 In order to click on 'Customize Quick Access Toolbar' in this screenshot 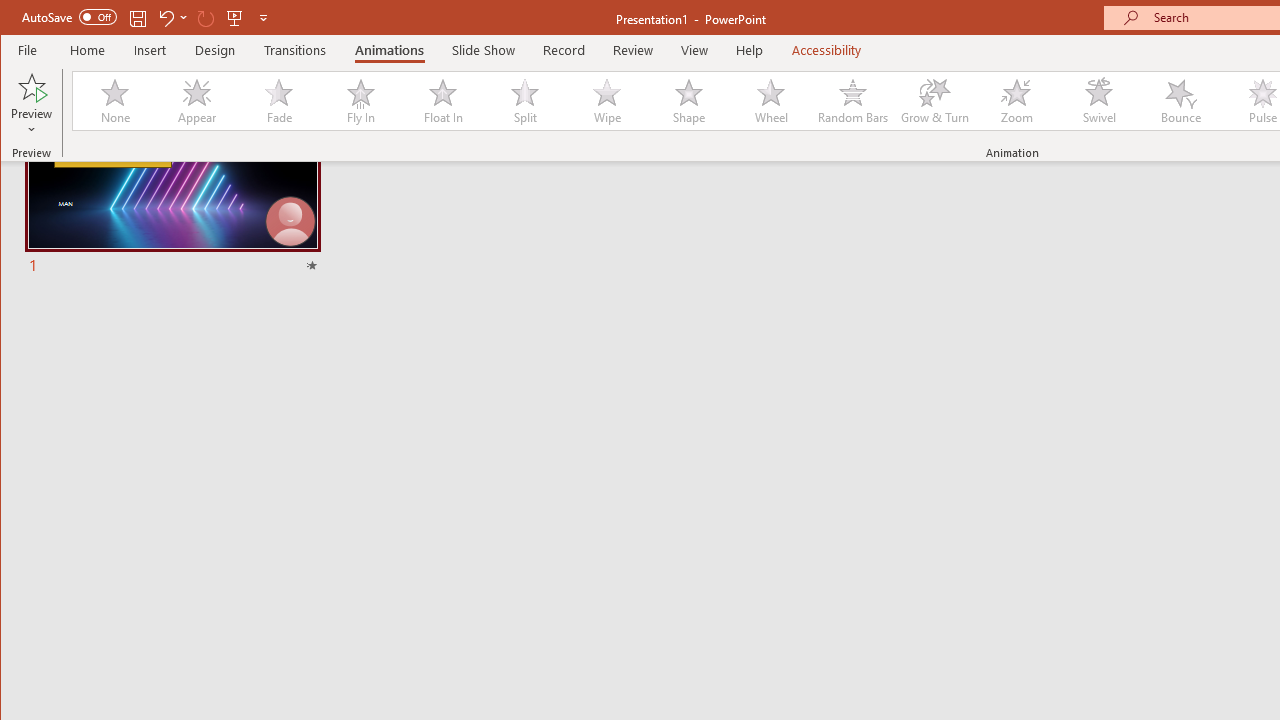, I will do `click(262, 17)`.